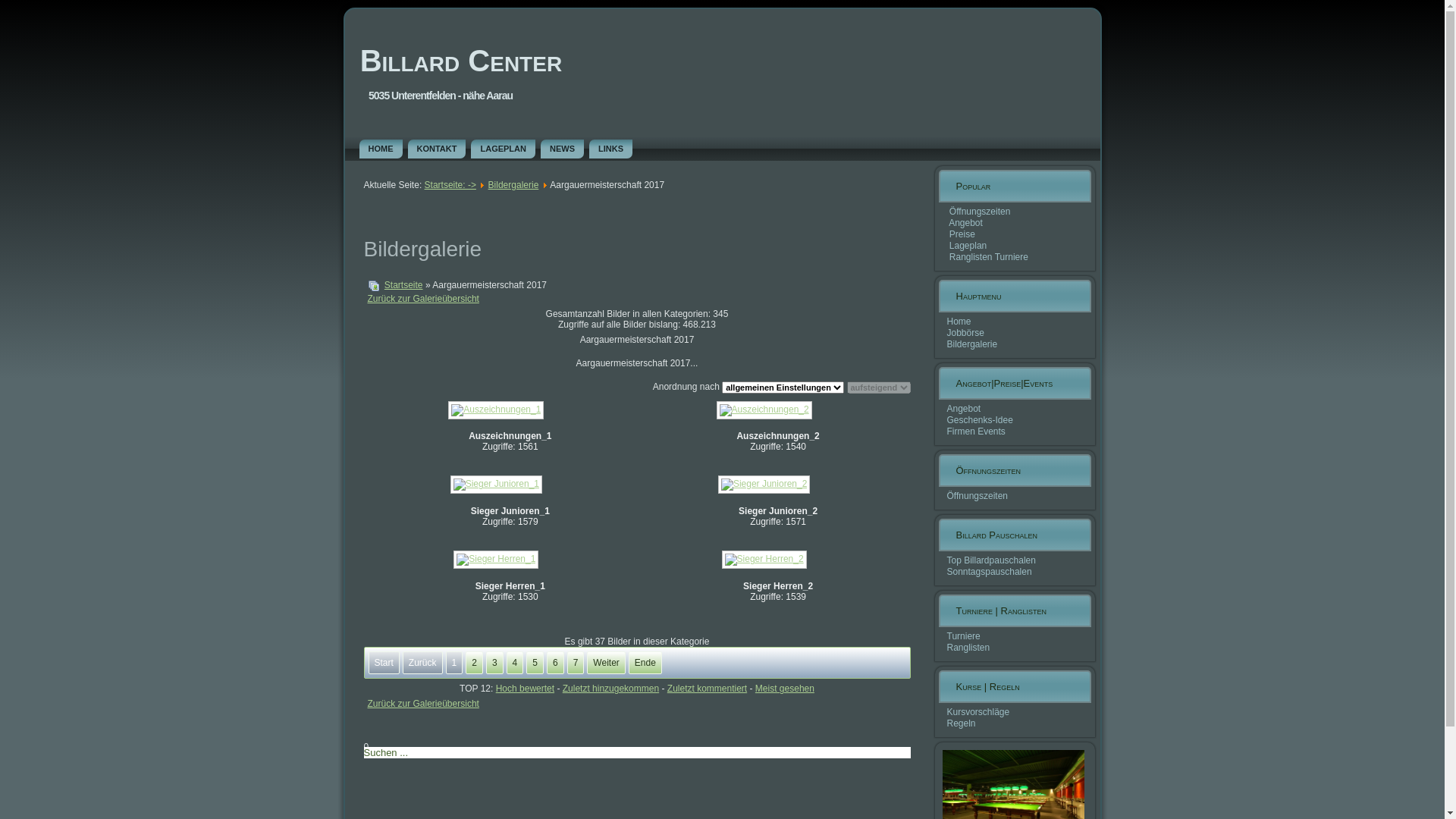  What do you see at coordinates (989, 256) in the screenshot?
I see `'Ranglisten Turniere'` at bounding box center [989, 256].